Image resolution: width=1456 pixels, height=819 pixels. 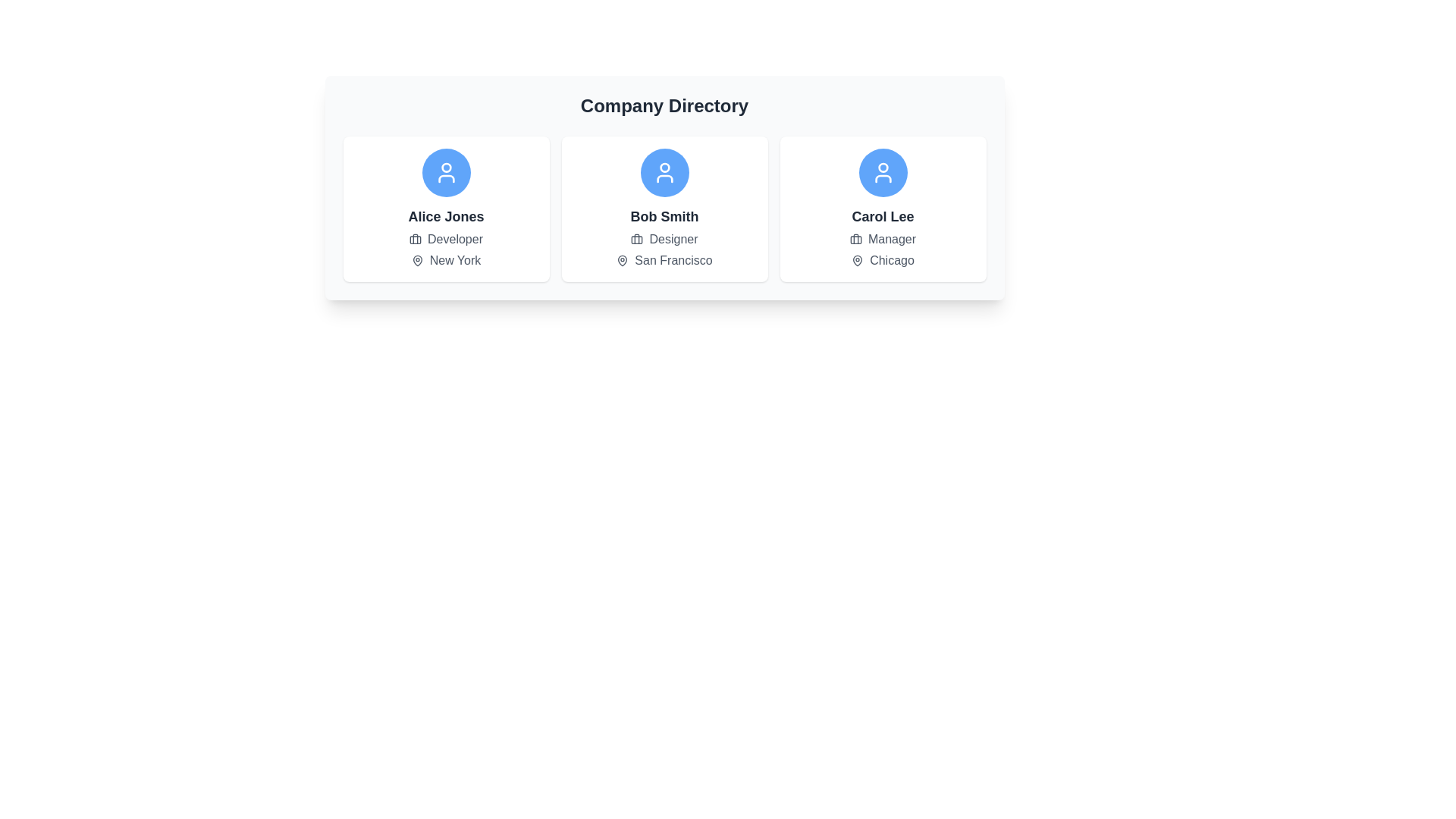 I want to click on the Profile summary card for Carol Lee, which features a light blue circular user icon, the name 'Carol Lee' in bold, 'Manager' in smaller text, and 'Chicago' with a map marker icon, located as the rightmost card in a row of three, so click(x=883, y=209).